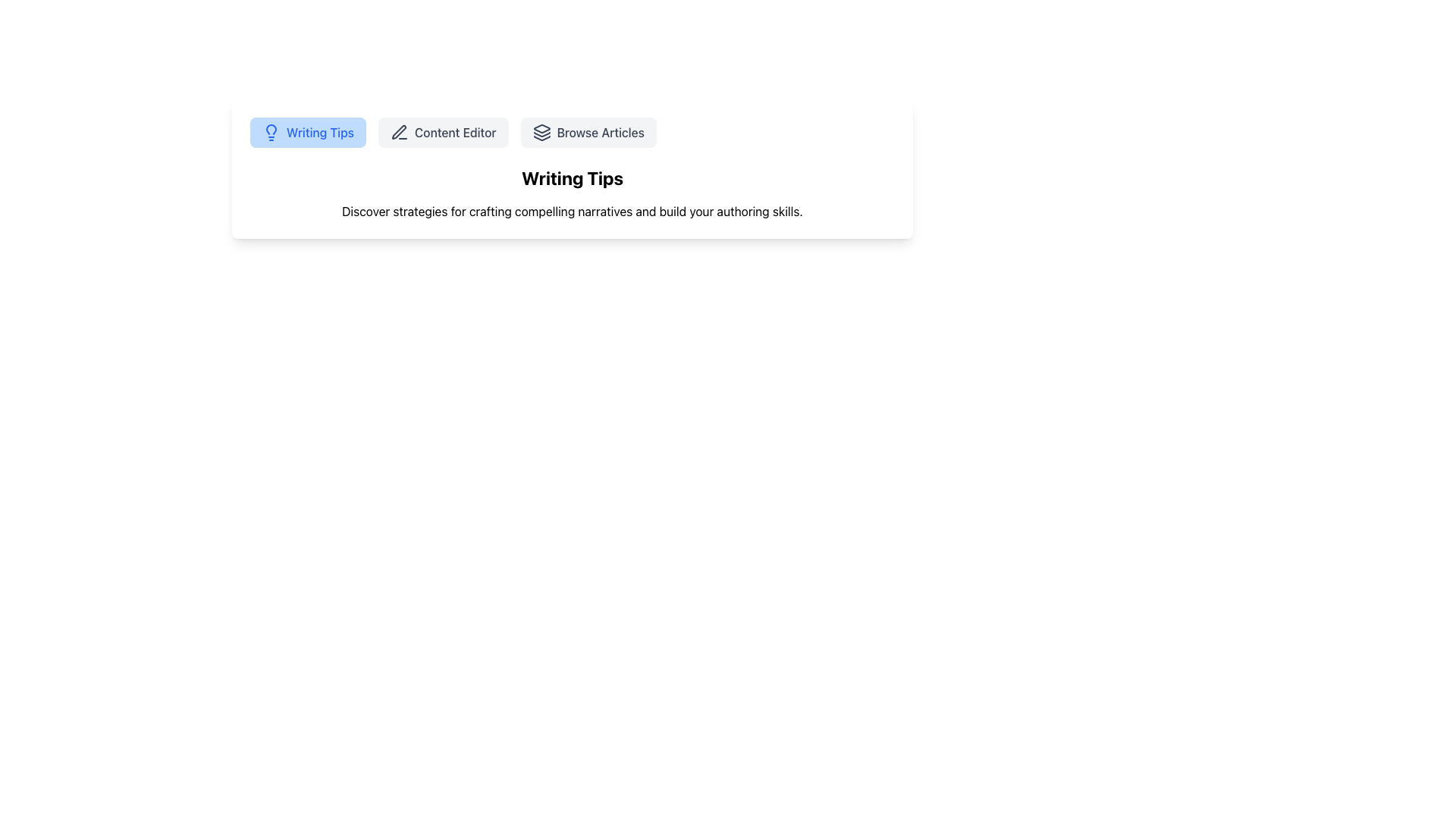  Describe the element at coordinates (541, 131) in the screenshot. I see `the icon resembling stacked layers located to the left of the 'Browse Articles' text within the 'Browse Articles' button, which is the third button in a horizontal sequence at the top of the interface` at that location.